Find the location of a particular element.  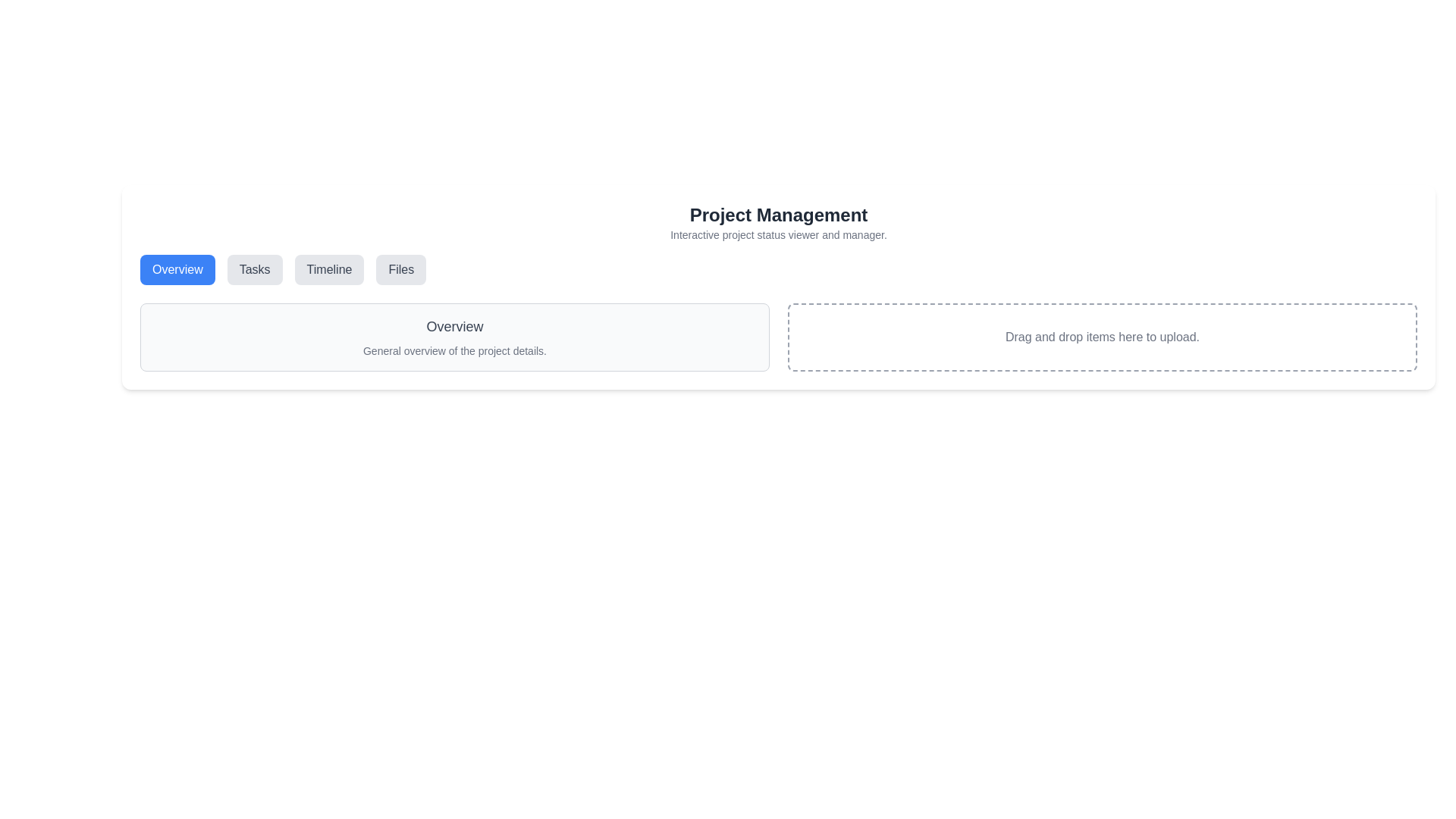

the 'Timeline' button, which is a rectangular button with rounded corners and a light gray background is located at coordinates (328, 268).